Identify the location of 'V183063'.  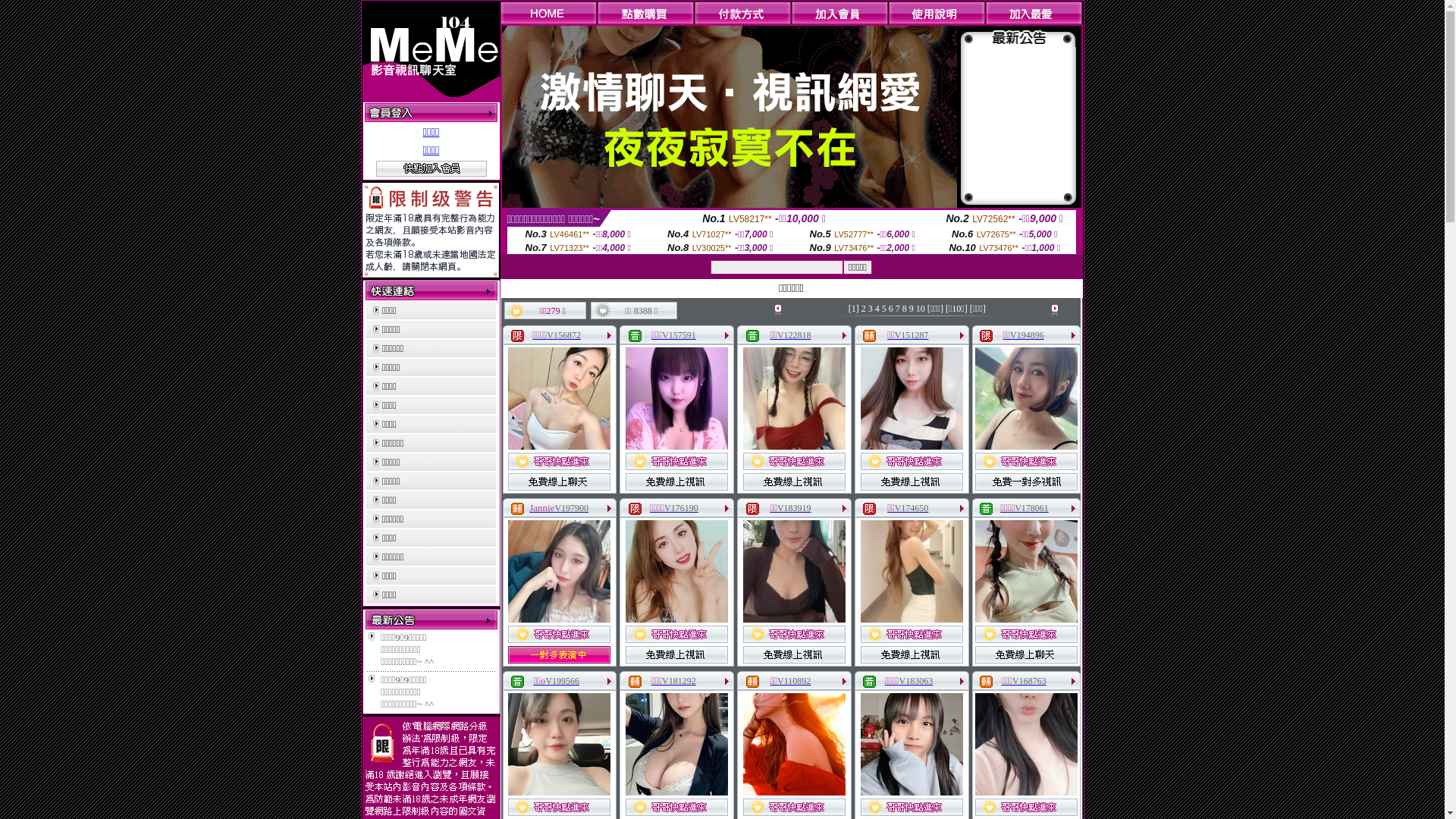
(915, 680).